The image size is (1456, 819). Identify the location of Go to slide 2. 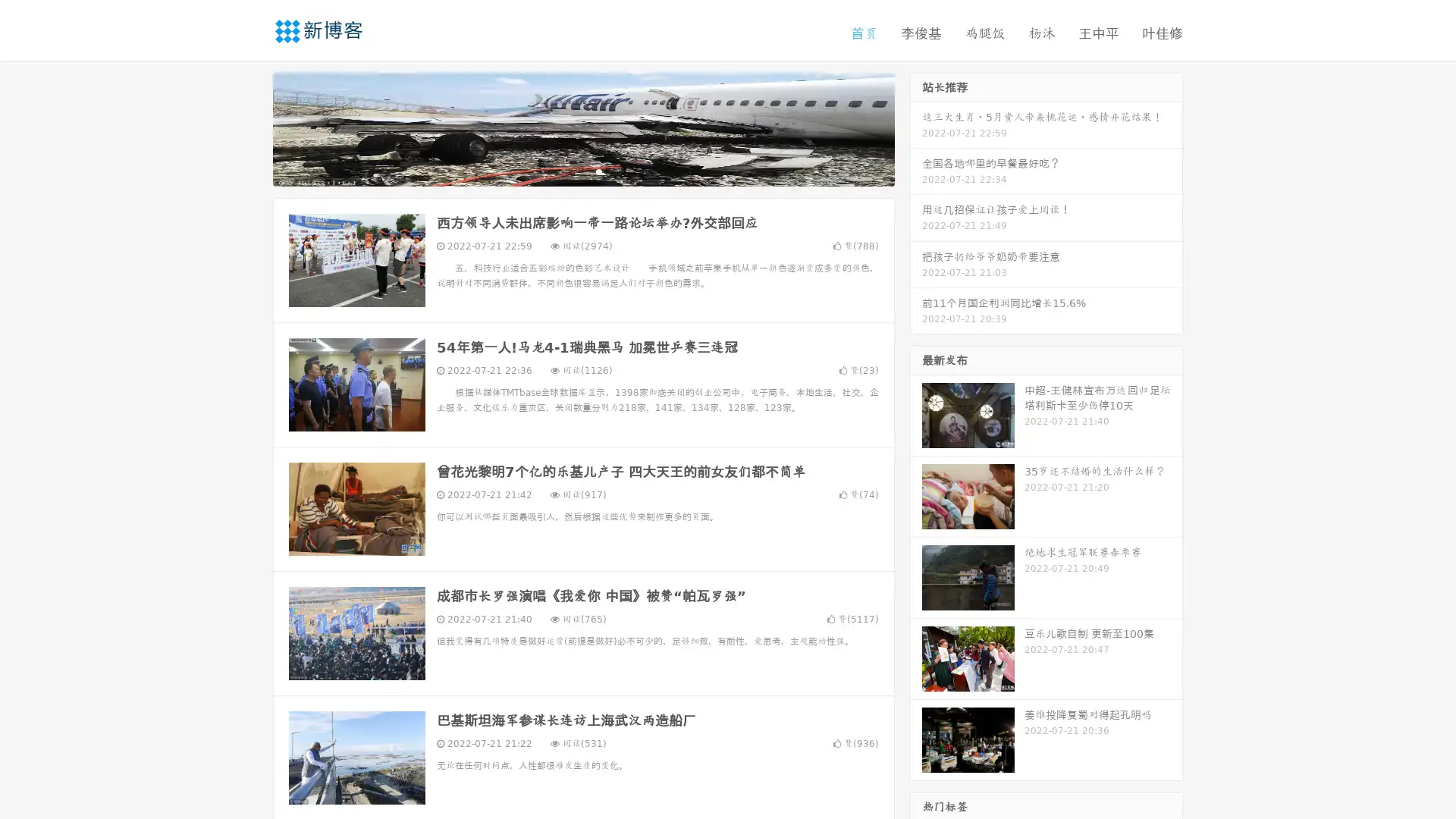
(582, 171).